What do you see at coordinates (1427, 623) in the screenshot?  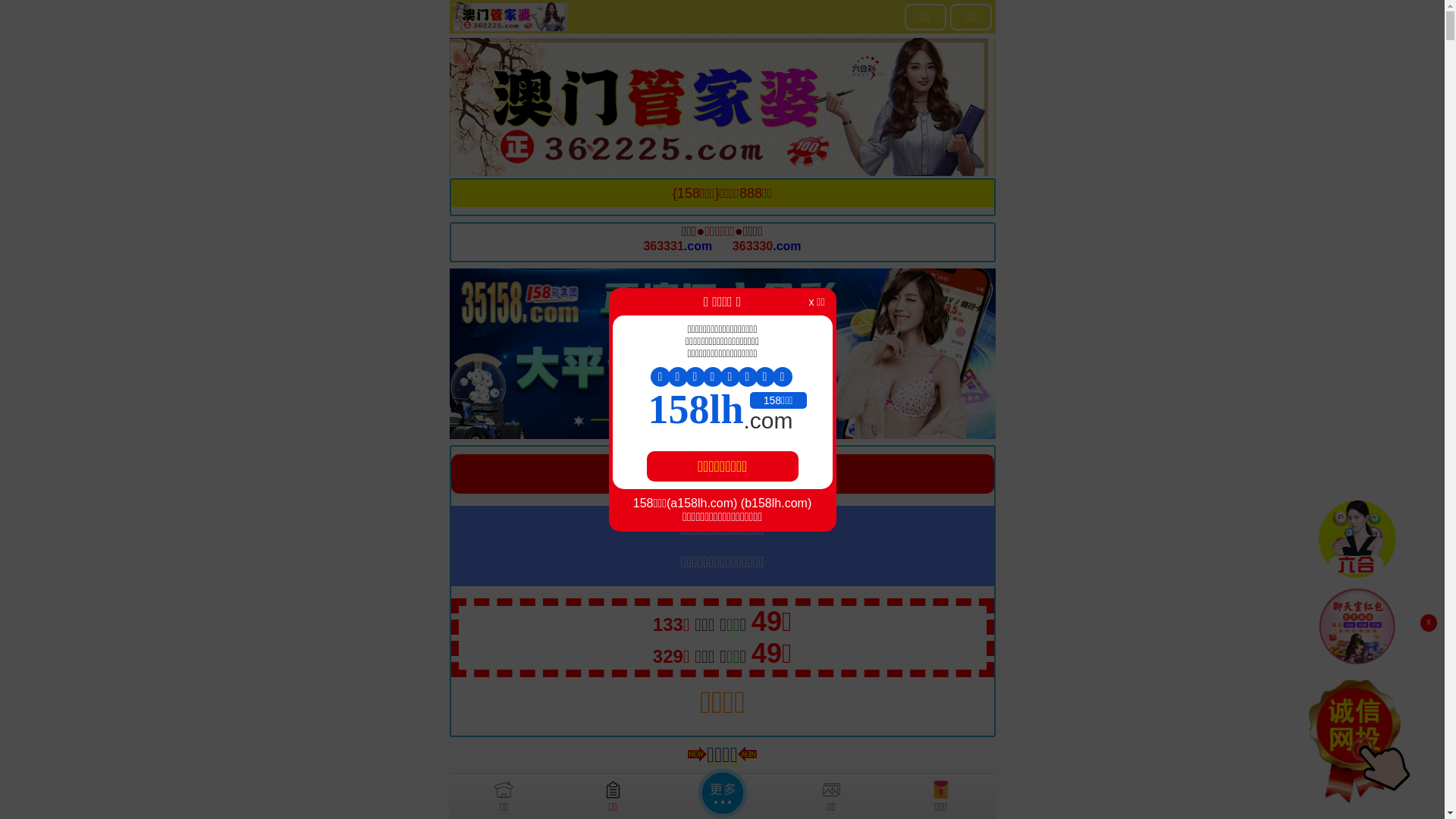 I see `'x'` at bounding box center [1427, 623].